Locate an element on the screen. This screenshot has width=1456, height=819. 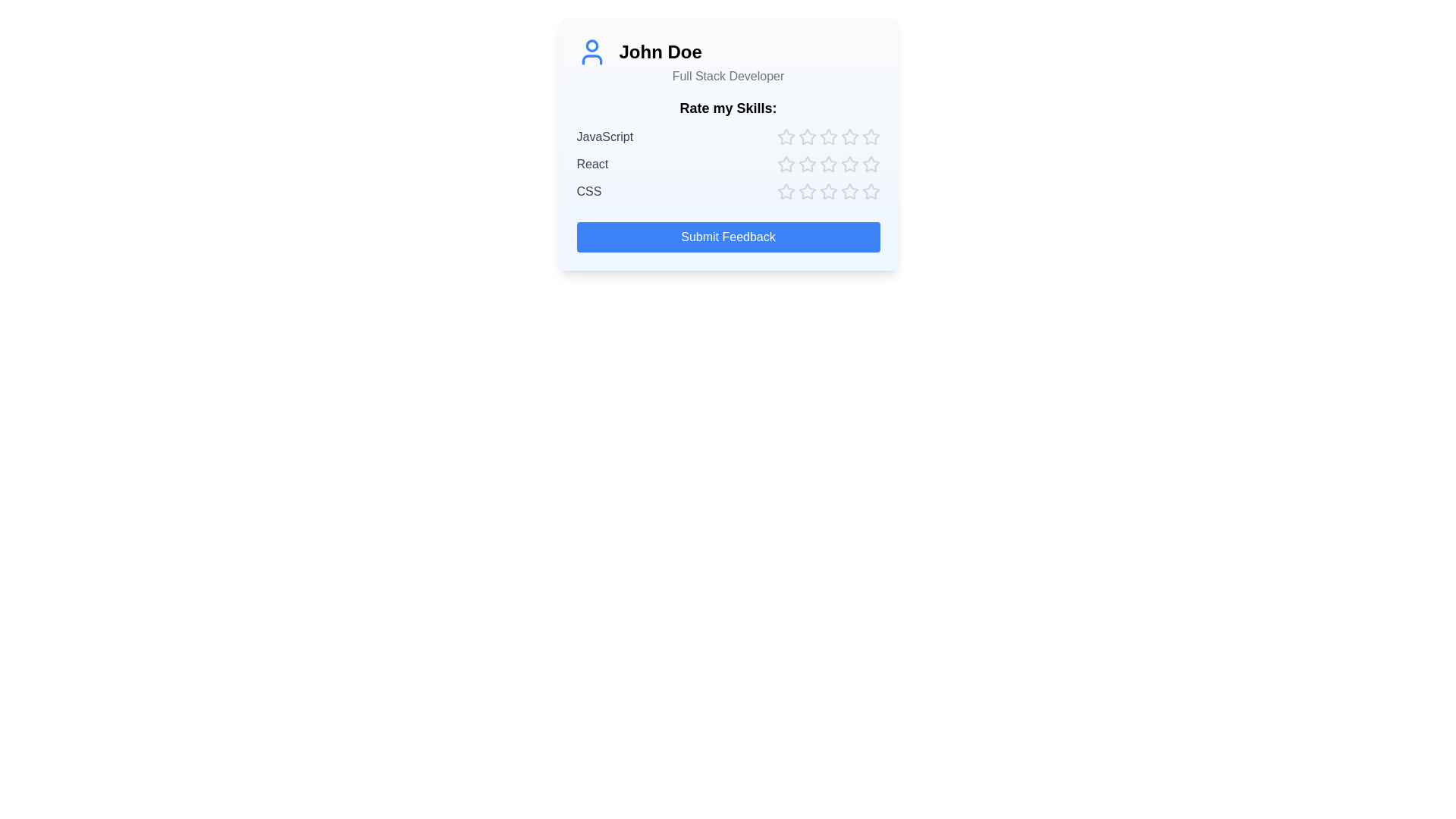
the star corresponding to skill JavaScript and rating 3 is located at coordinates (827, 137).